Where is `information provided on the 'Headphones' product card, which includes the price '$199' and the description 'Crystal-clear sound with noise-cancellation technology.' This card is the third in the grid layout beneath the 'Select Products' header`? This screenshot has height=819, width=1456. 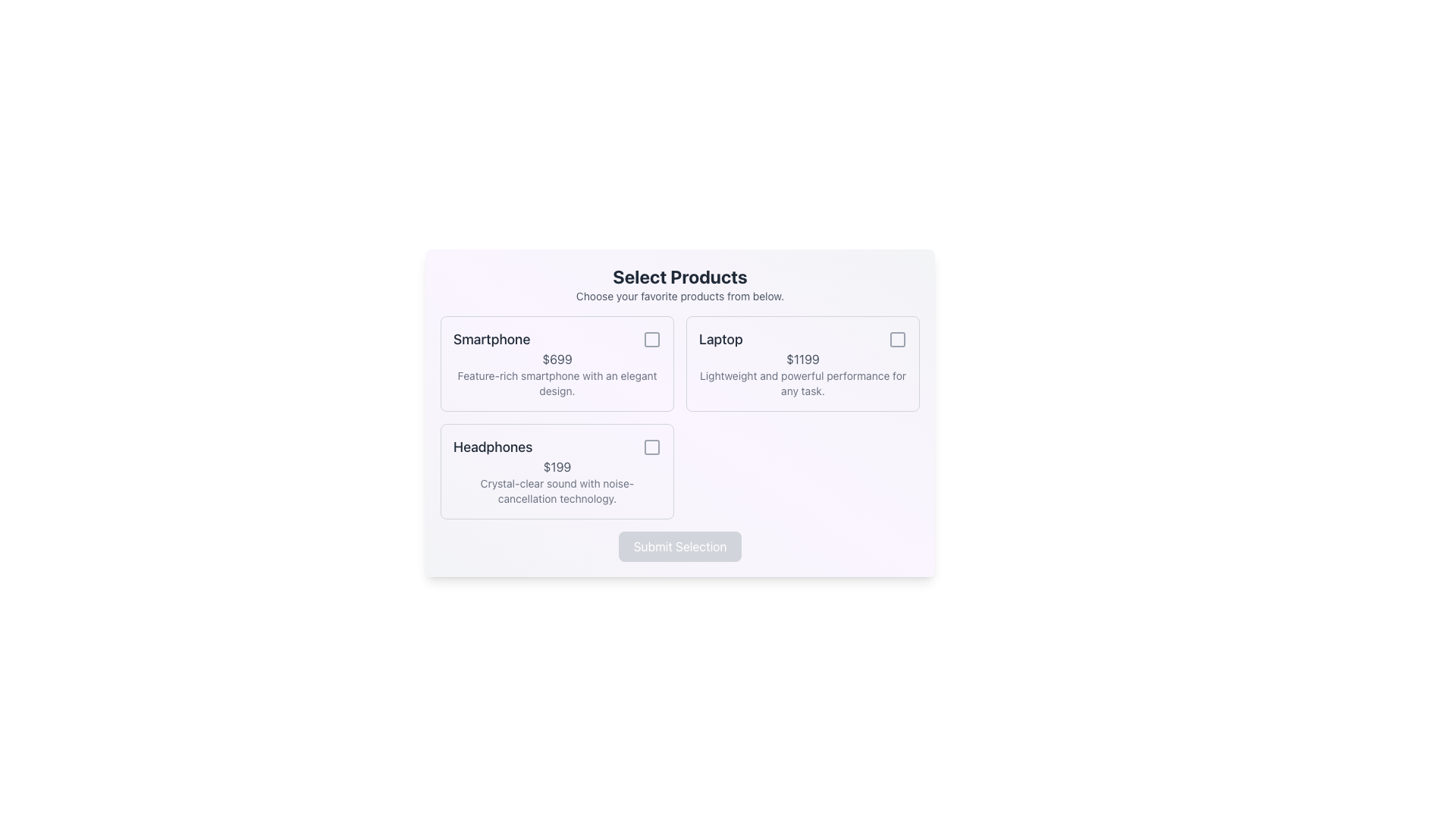 information provided on the 'Headphones' product card, which includes the price '$199' and the description 'Crystal-clear sound with noise-cancellation technology.' This card is the third in the grid layout beneath the 'Select Products' header is located at coordinates (556, 470).